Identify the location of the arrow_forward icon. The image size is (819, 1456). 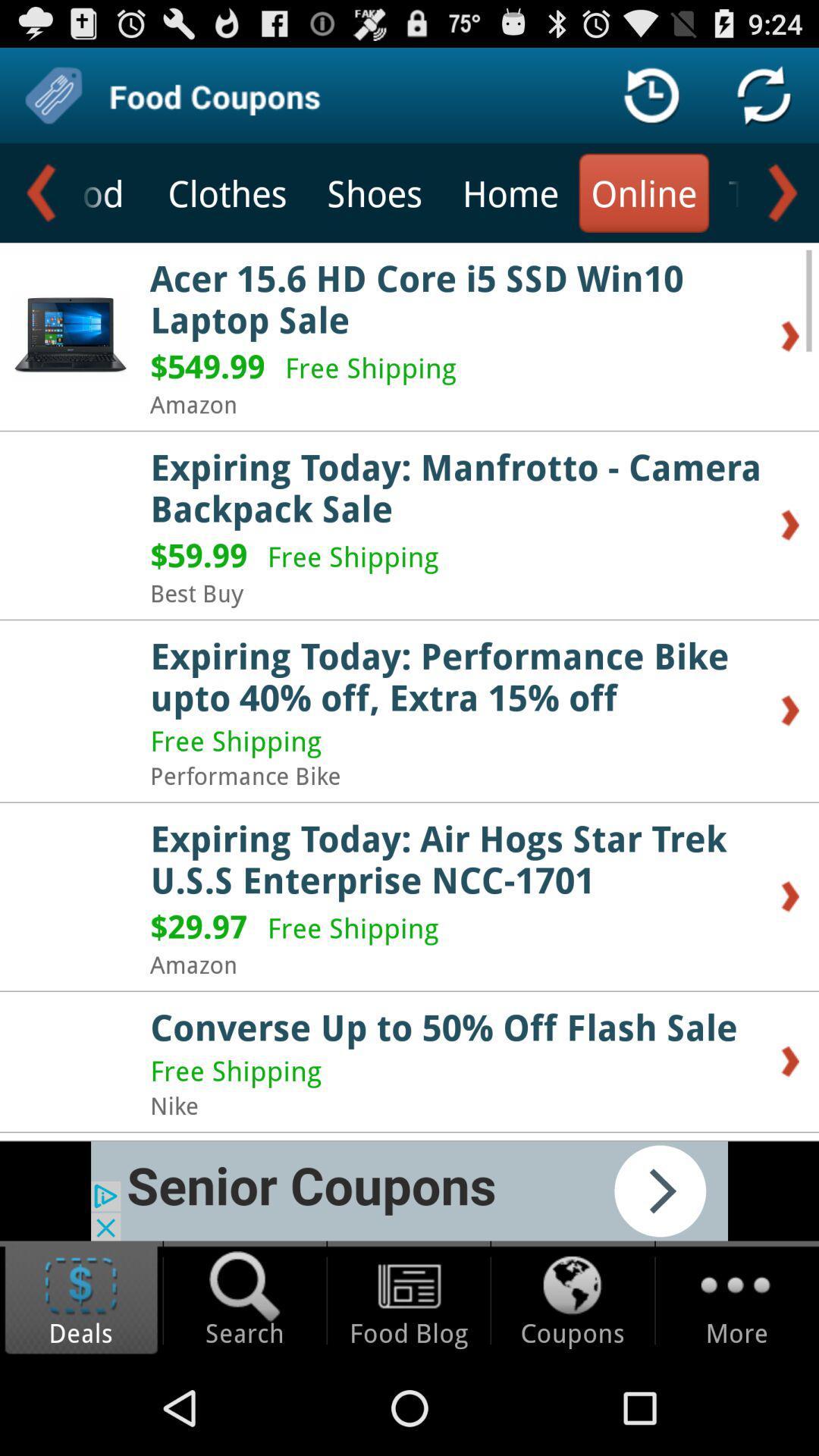
(779, 206).